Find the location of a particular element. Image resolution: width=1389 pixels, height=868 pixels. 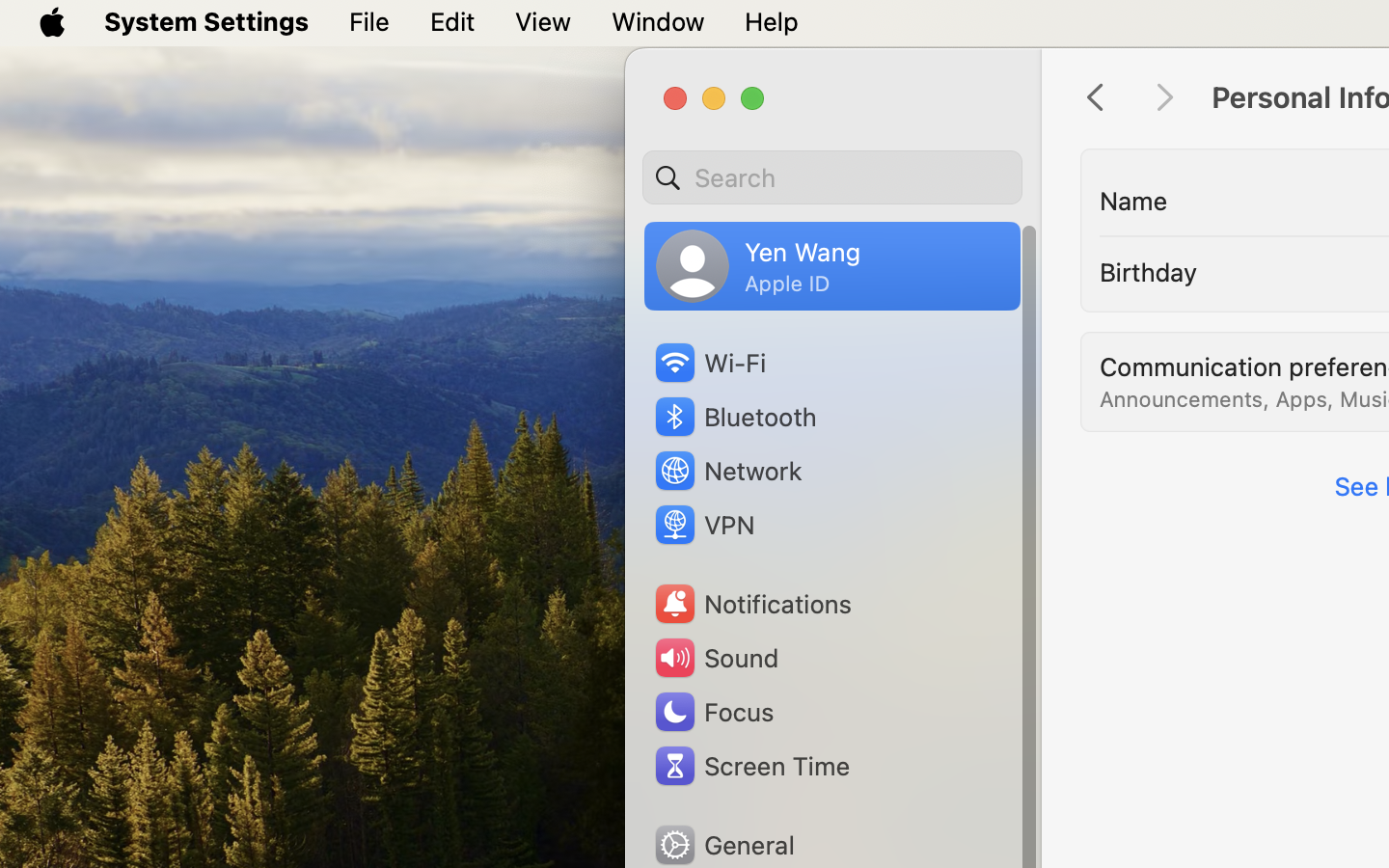

'General' is located at coordinates (722, 844).